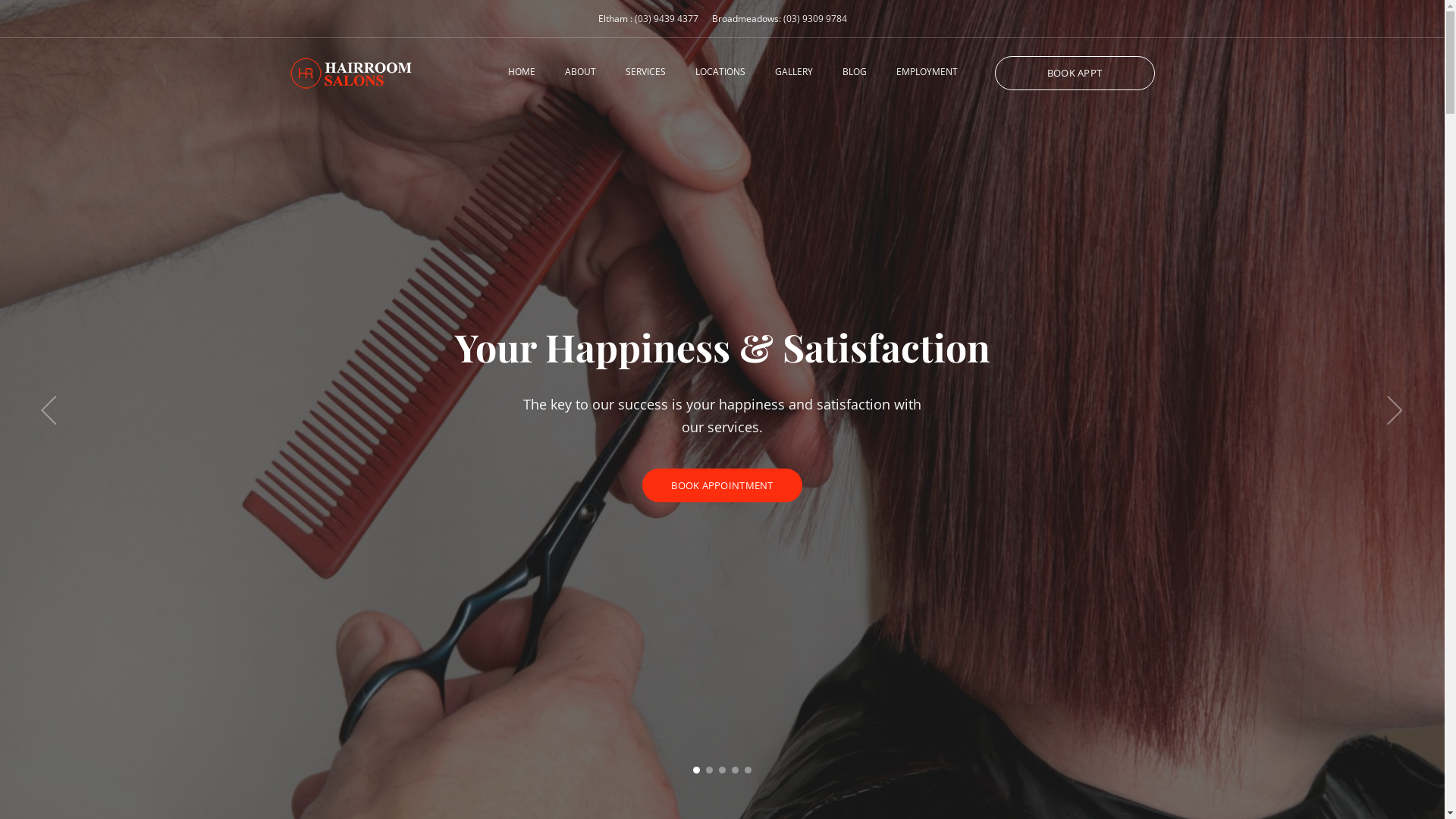 This screenshot has width=1456, height=819. What do you see at coordinates (792, 72) in the screenshot?
I see `'GALLERY'` at bounding box center [792, 72].